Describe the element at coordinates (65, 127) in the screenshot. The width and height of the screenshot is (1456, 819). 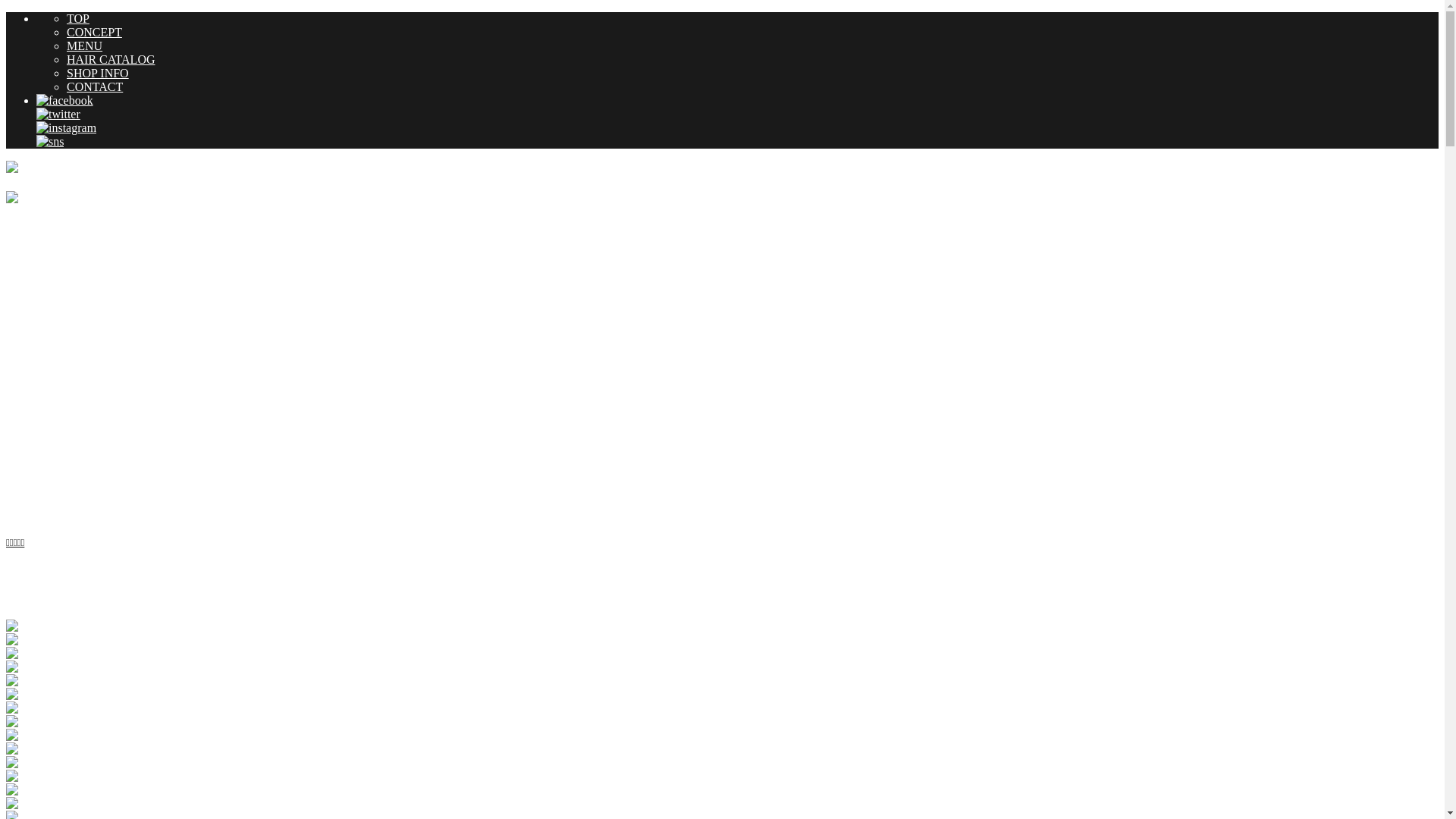
I see `'instagram'` at that location.